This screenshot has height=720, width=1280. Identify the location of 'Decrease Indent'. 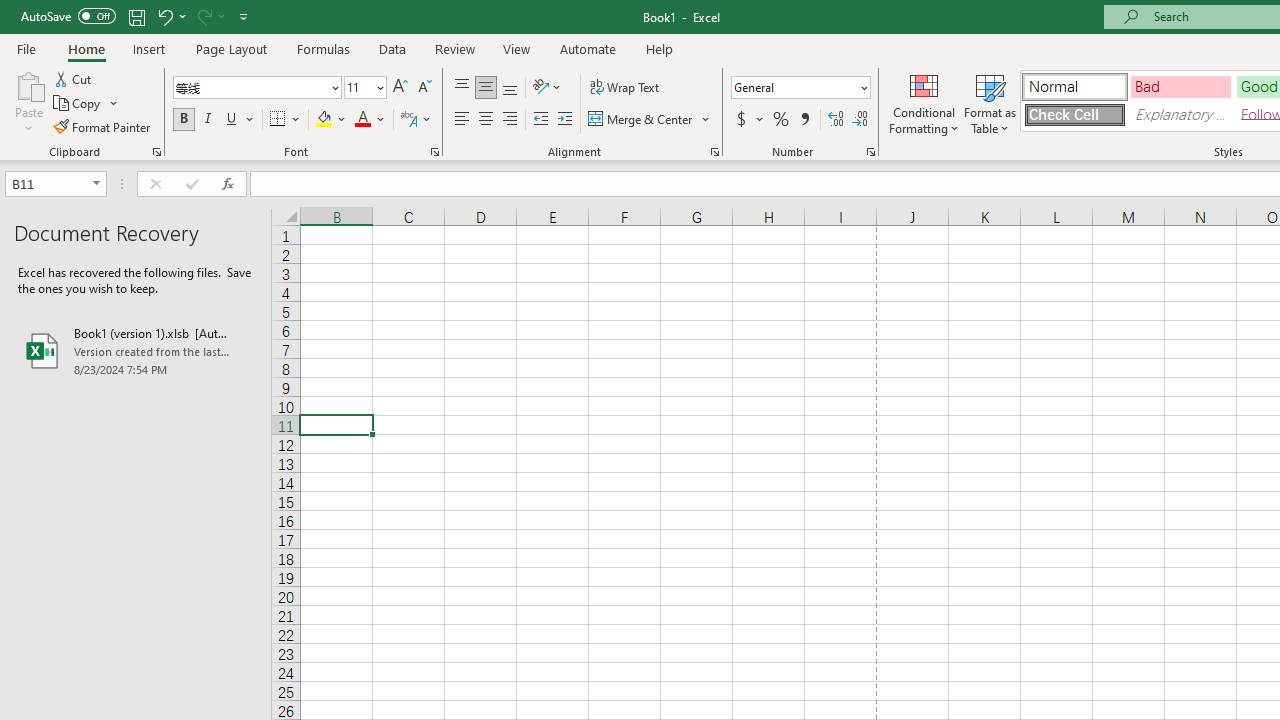
(540, 119).